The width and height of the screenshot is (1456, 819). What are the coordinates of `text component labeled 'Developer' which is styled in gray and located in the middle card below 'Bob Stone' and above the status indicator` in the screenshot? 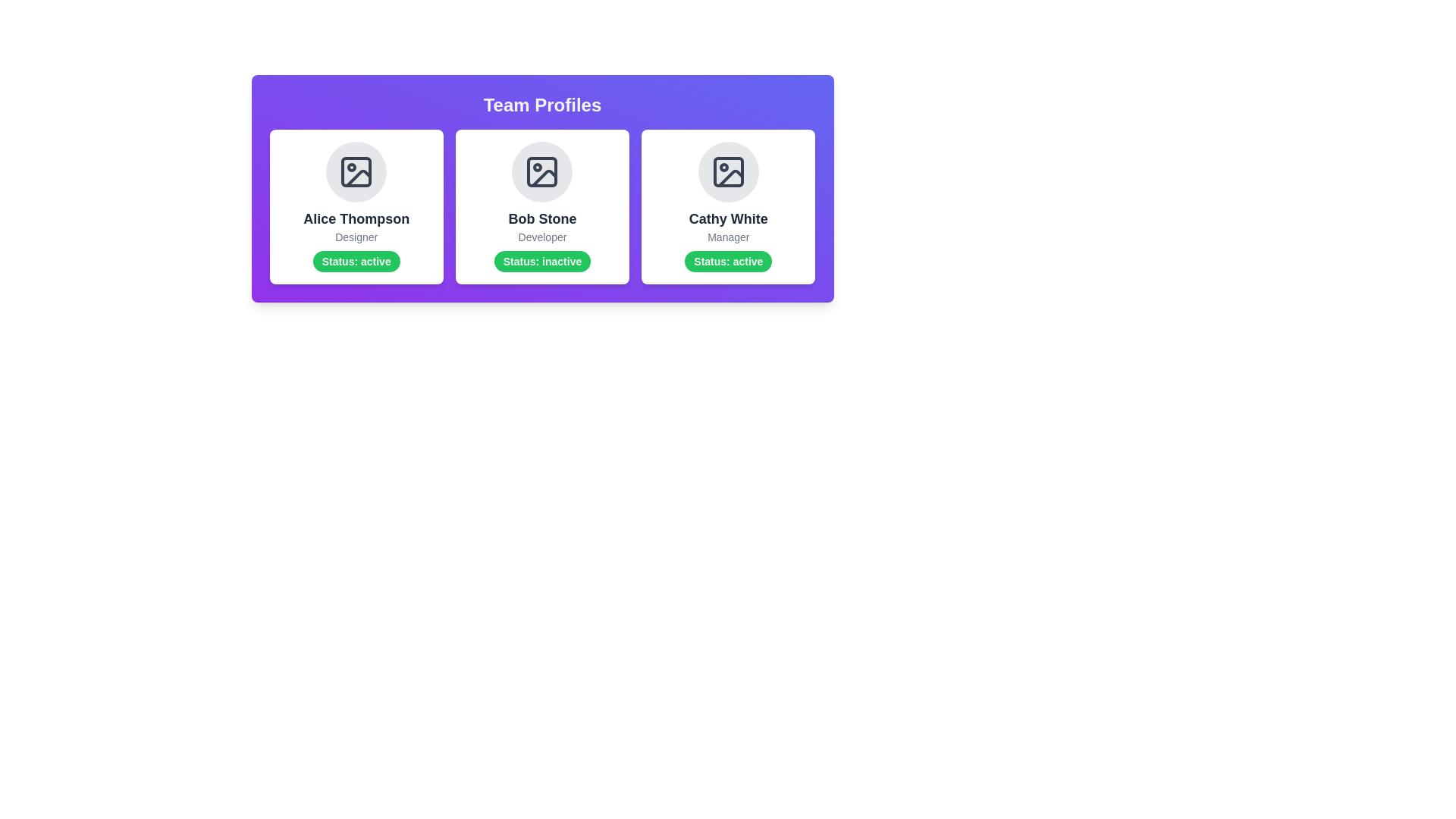 It's located at (542, 237).